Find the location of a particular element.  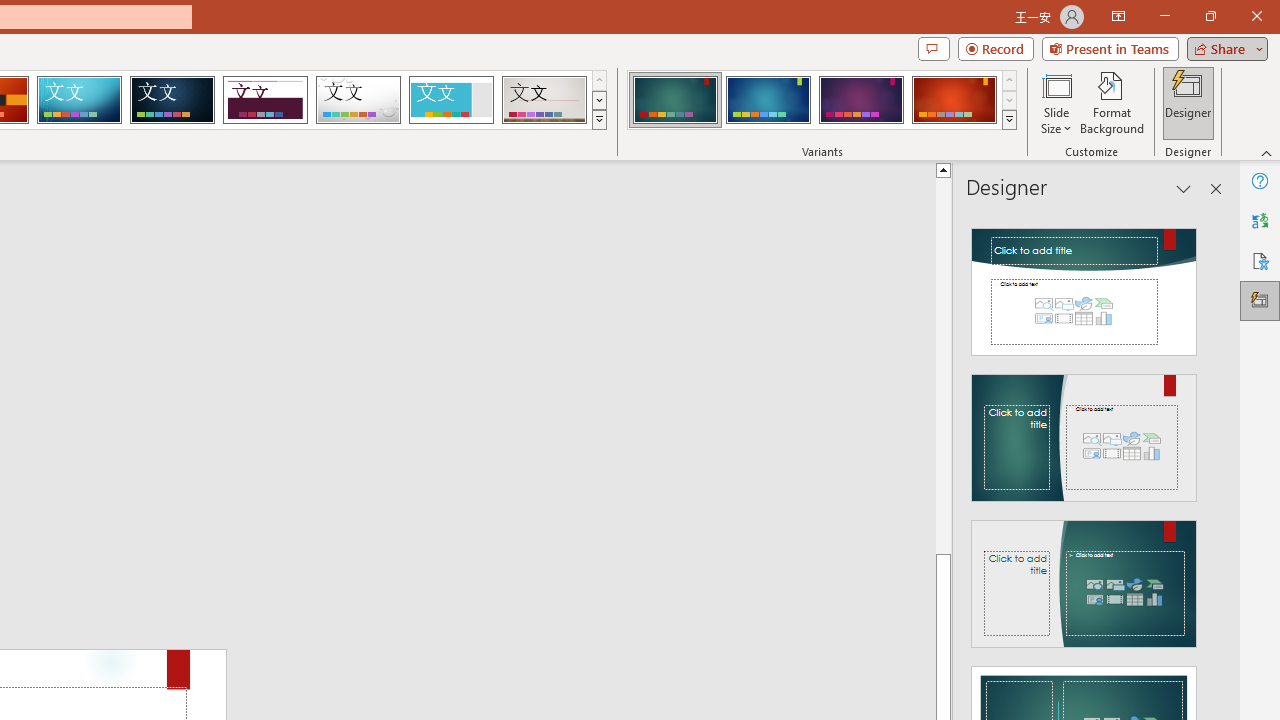

'Ion Variant 4' is located at coordinates (953, 100).